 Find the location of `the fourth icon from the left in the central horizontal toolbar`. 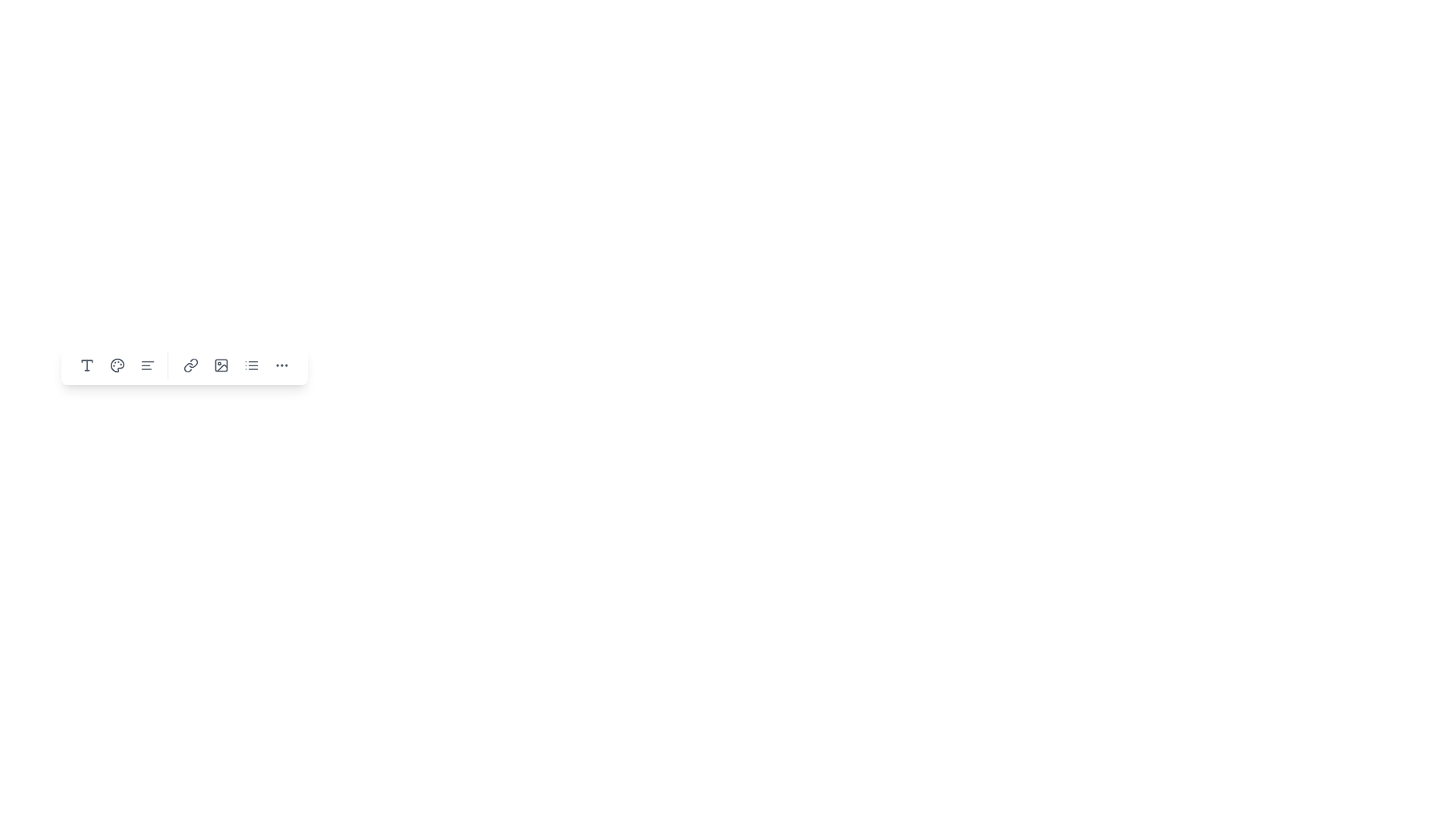

the fourth icon from the left in the central horizontal toolbar is located at coordinates (184, 366).